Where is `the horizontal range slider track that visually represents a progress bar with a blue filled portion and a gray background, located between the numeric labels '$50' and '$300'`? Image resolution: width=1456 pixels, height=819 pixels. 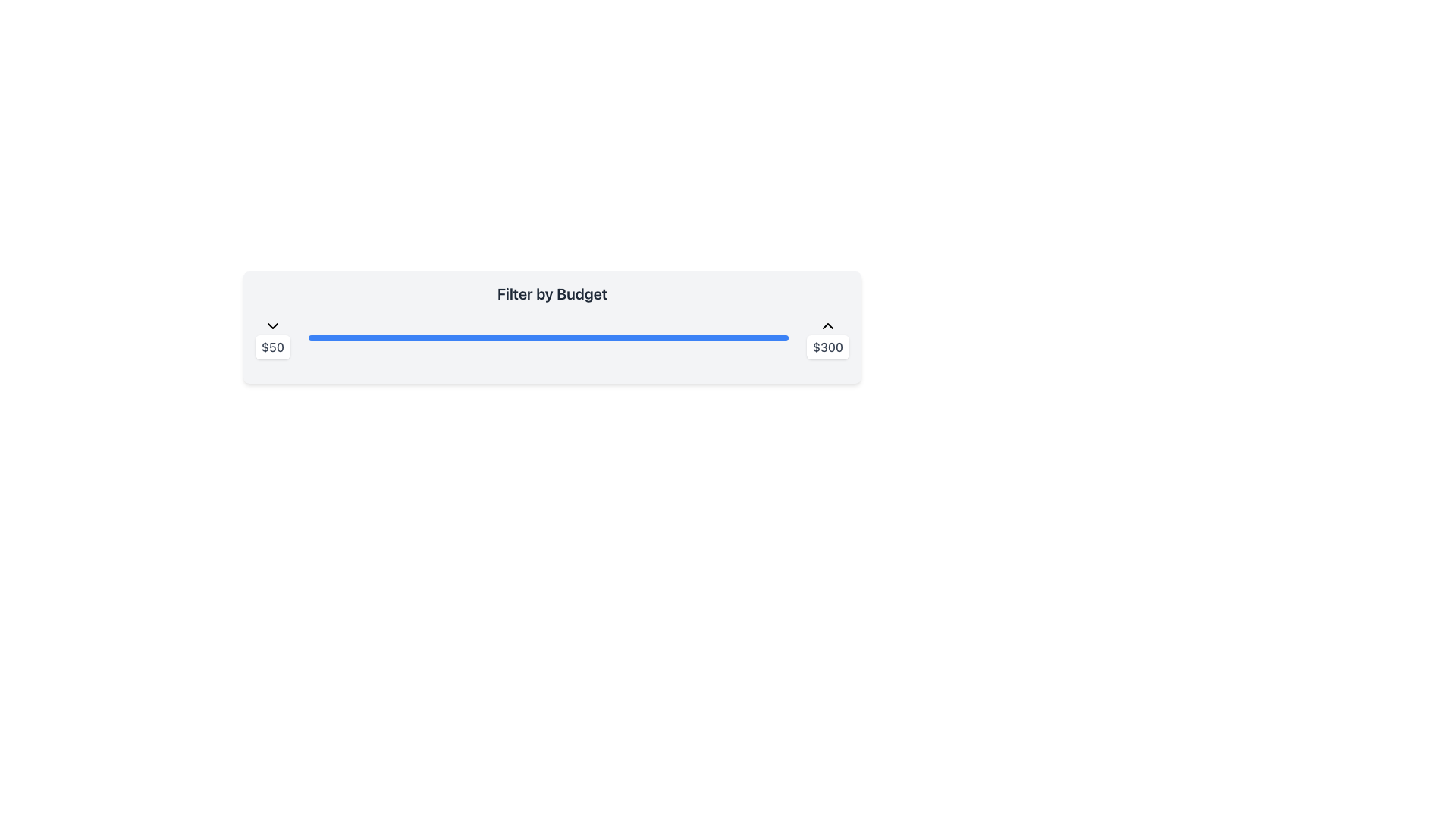
the horizontal range slider track that visually represents a progress bar with a blue filled portion and a gray background, located between the numeric labels '$50' and '$300' is located at coordinates (548, 337).